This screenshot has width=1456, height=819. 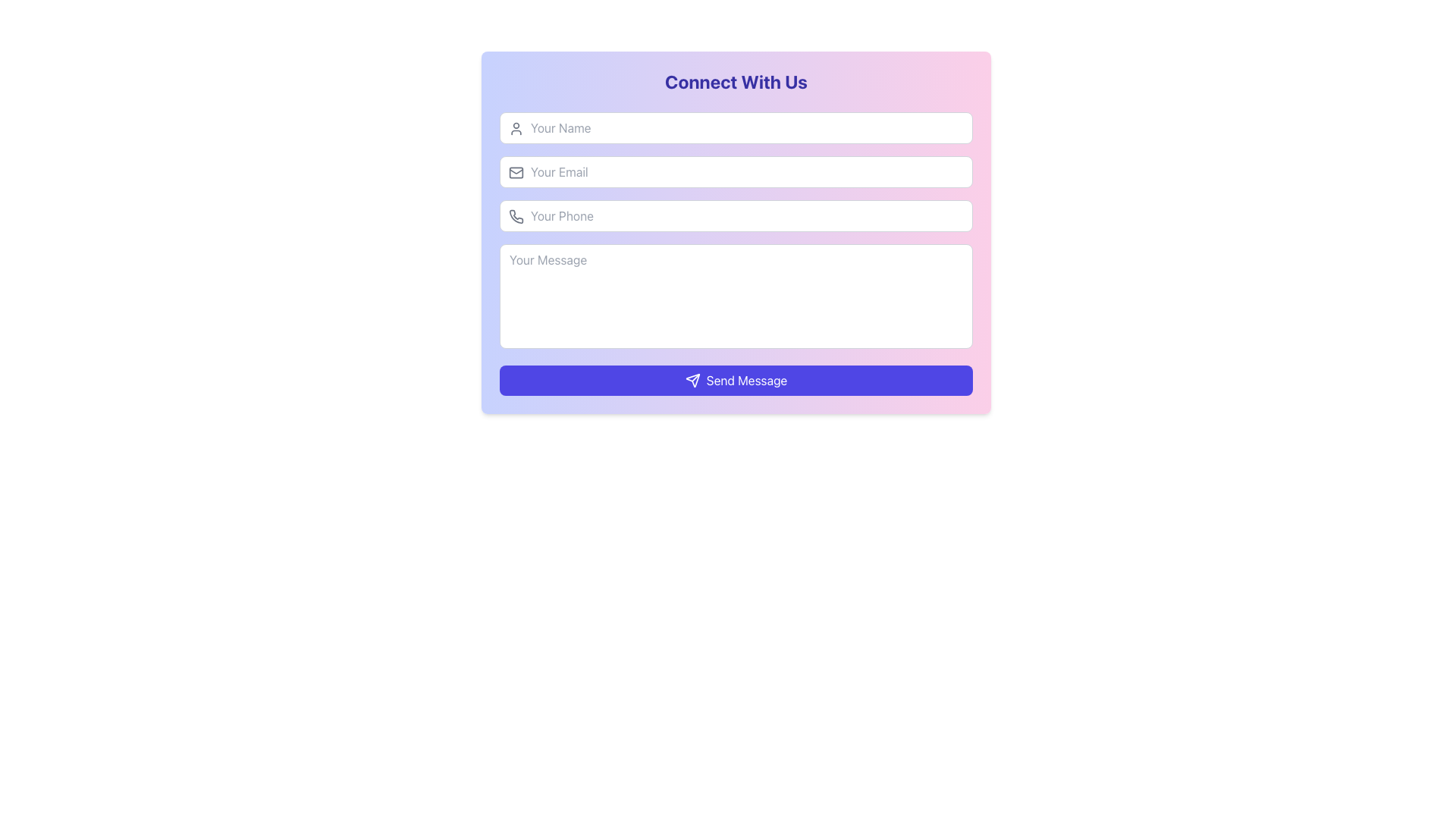 I want to click on email envelope icon, which is part of the second input field labeled 'Your Email', so click(x=516, y=171).